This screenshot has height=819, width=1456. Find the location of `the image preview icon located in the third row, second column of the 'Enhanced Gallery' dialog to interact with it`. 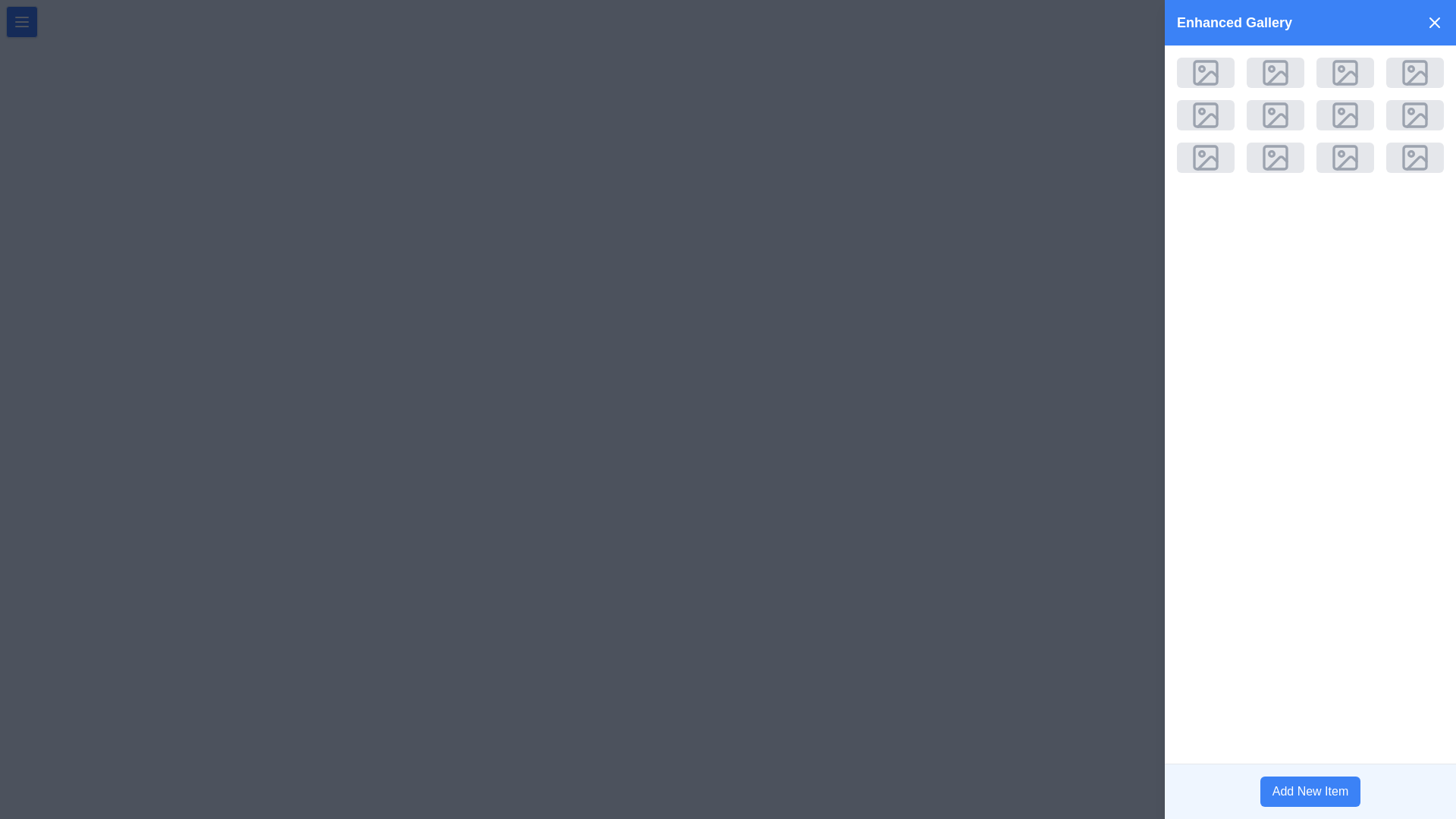

the image preview icon located in the third row, second column of the 'Enhanced Gallery' dialog to interact with it is located at coordinates (1274, 158).